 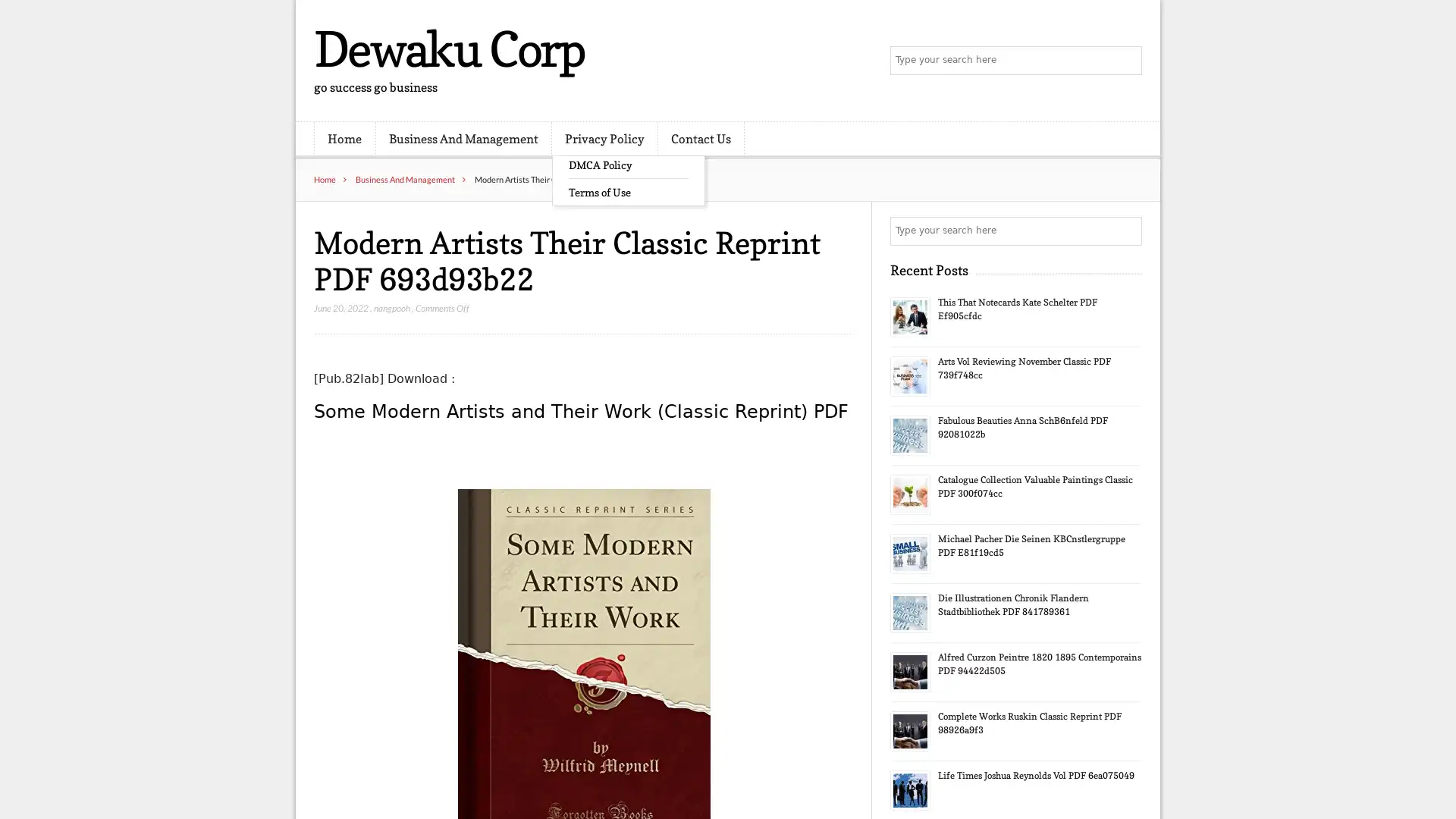 What do you see at coordinates (1126, 231) in the screenshot?
I see `Search` at bounding box center [1126, 231].